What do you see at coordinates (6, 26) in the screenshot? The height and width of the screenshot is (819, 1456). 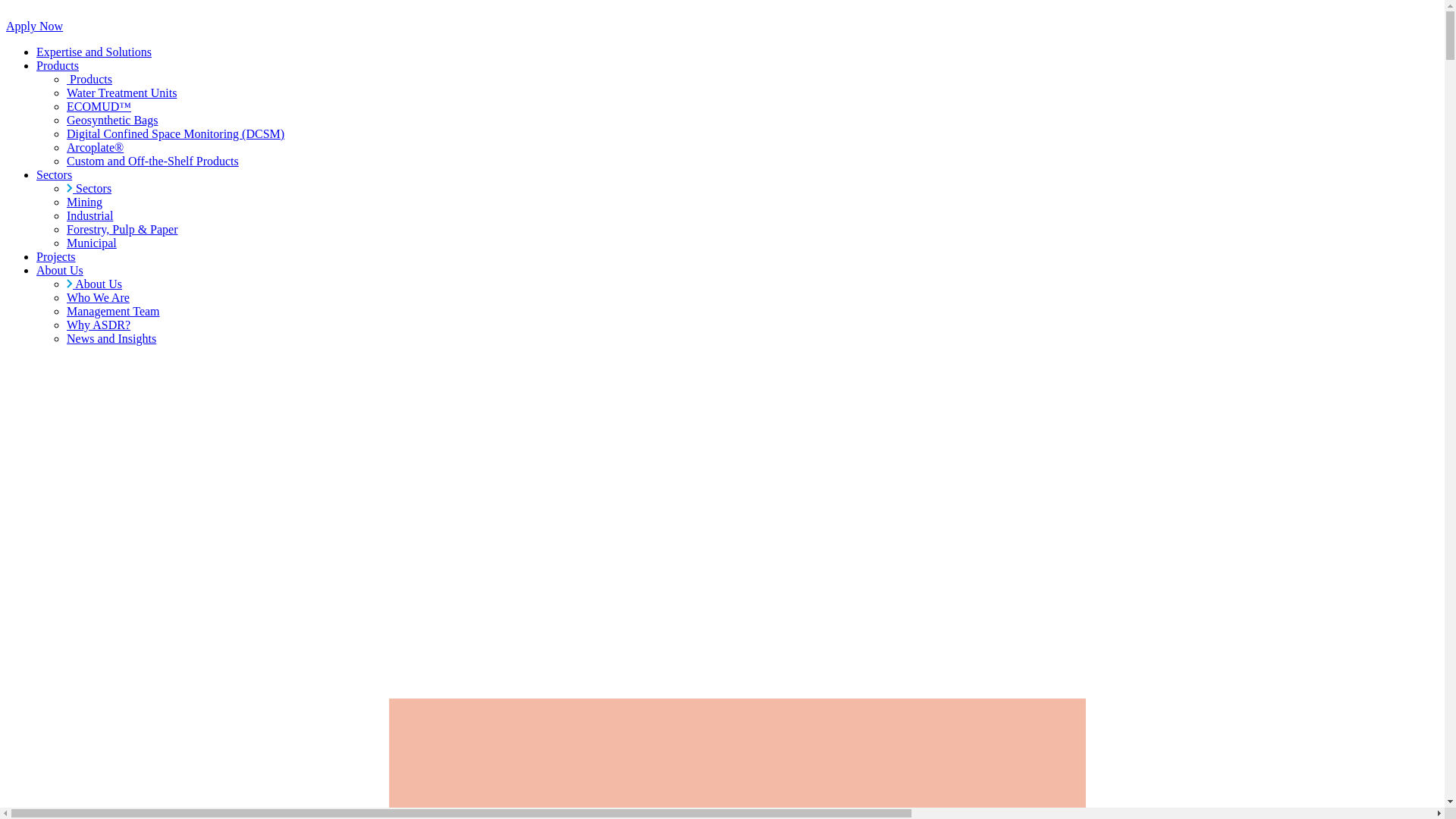 I see `'Apply Now'` at bounding box center [6, 26].